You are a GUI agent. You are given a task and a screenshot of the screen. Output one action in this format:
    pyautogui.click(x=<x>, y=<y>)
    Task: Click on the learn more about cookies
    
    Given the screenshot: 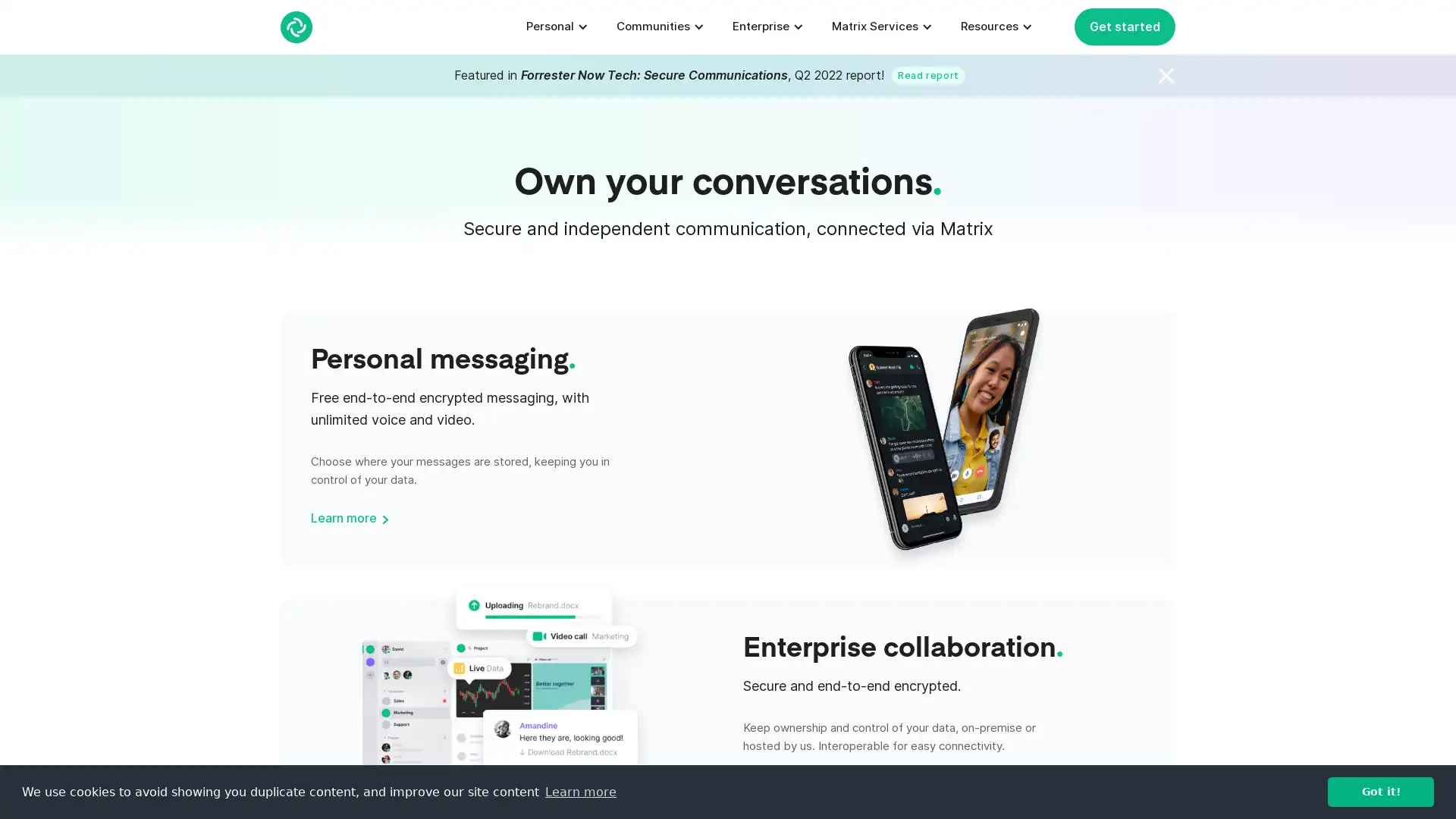 What is the action you would take?
    pyautogui.click(x=579, y=791)
    